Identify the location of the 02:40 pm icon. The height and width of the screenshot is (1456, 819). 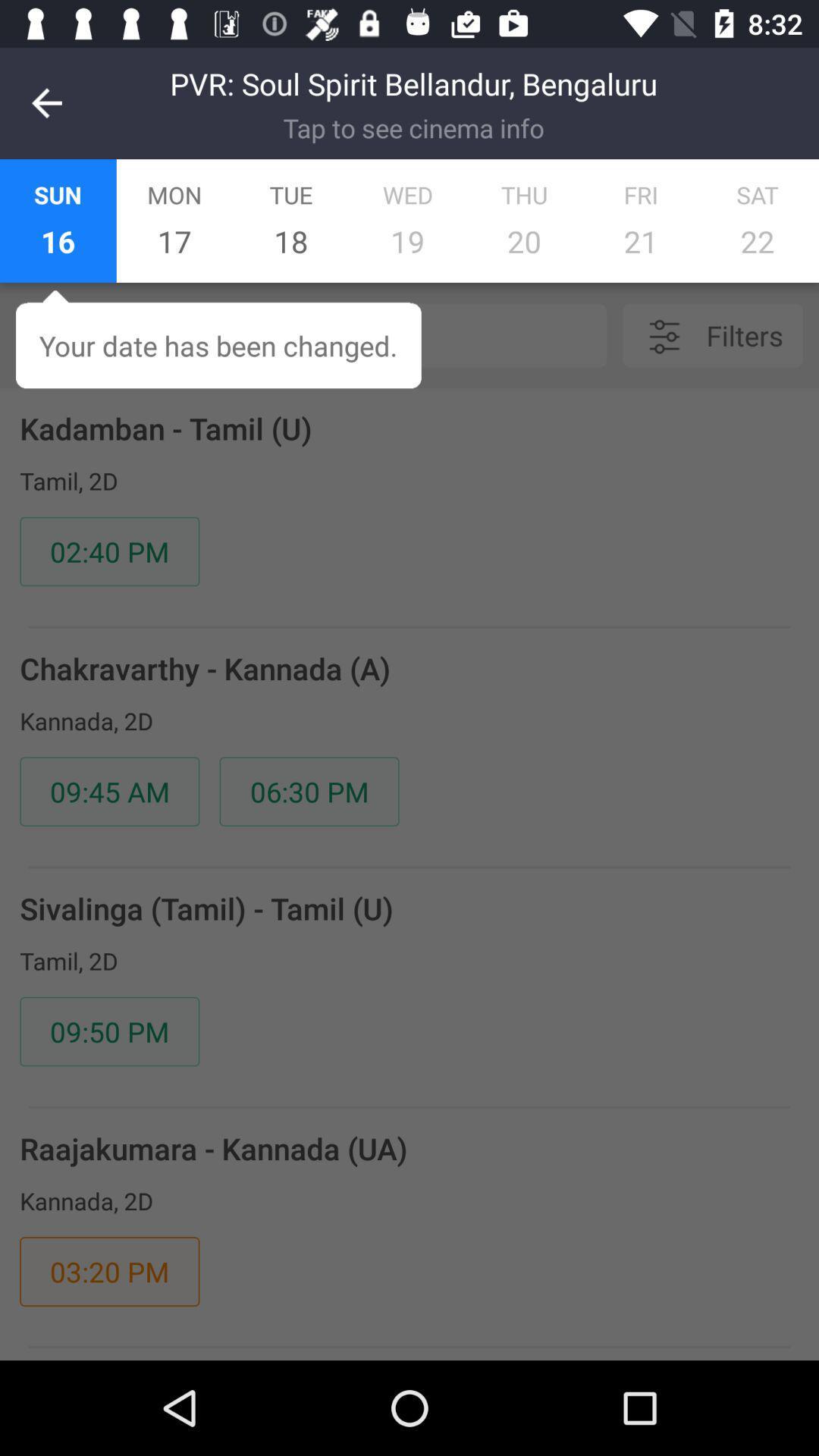
(108, 551).